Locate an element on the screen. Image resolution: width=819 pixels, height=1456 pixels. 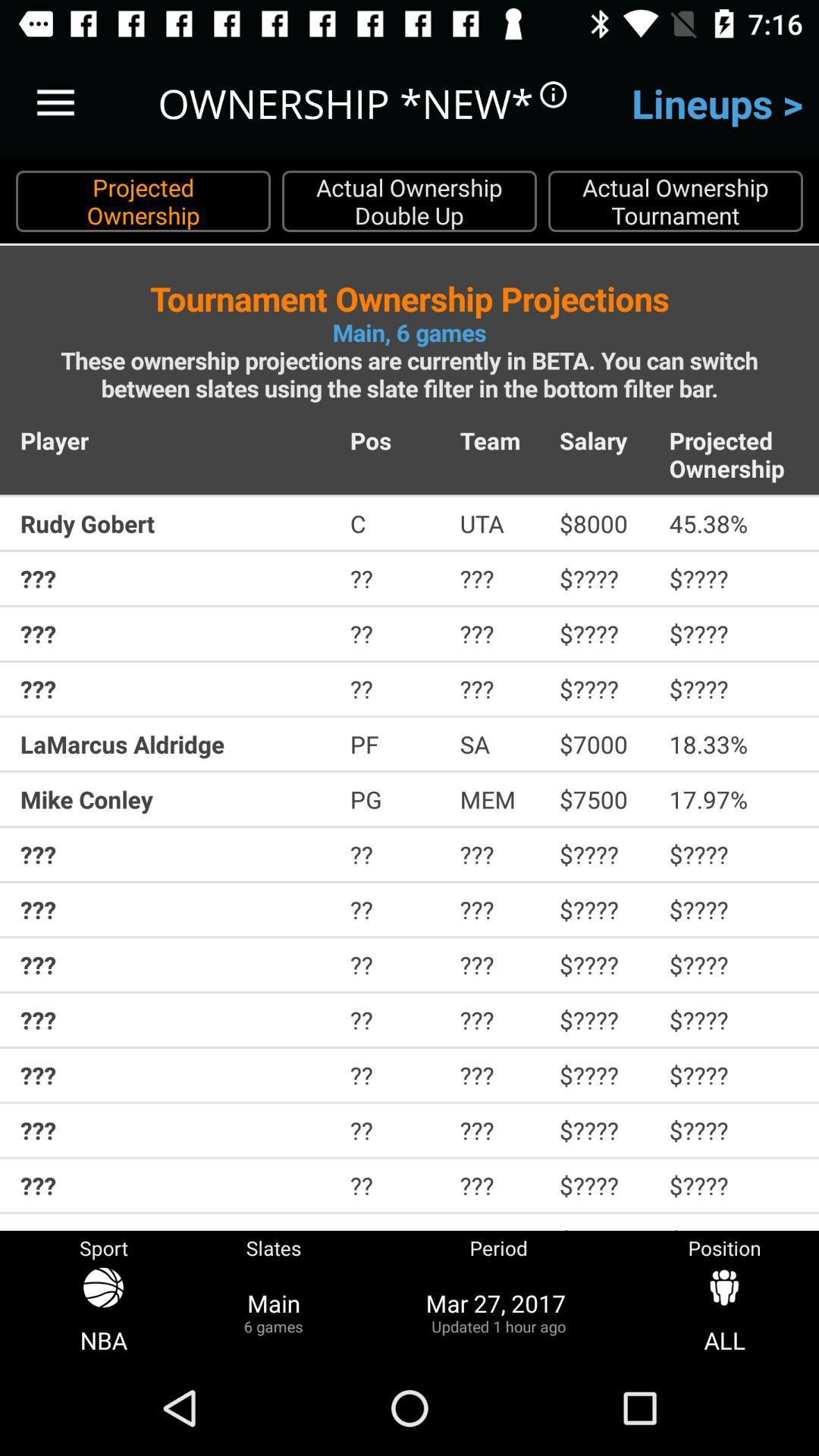
icon next to the pg is located at coordinates (499, 799).